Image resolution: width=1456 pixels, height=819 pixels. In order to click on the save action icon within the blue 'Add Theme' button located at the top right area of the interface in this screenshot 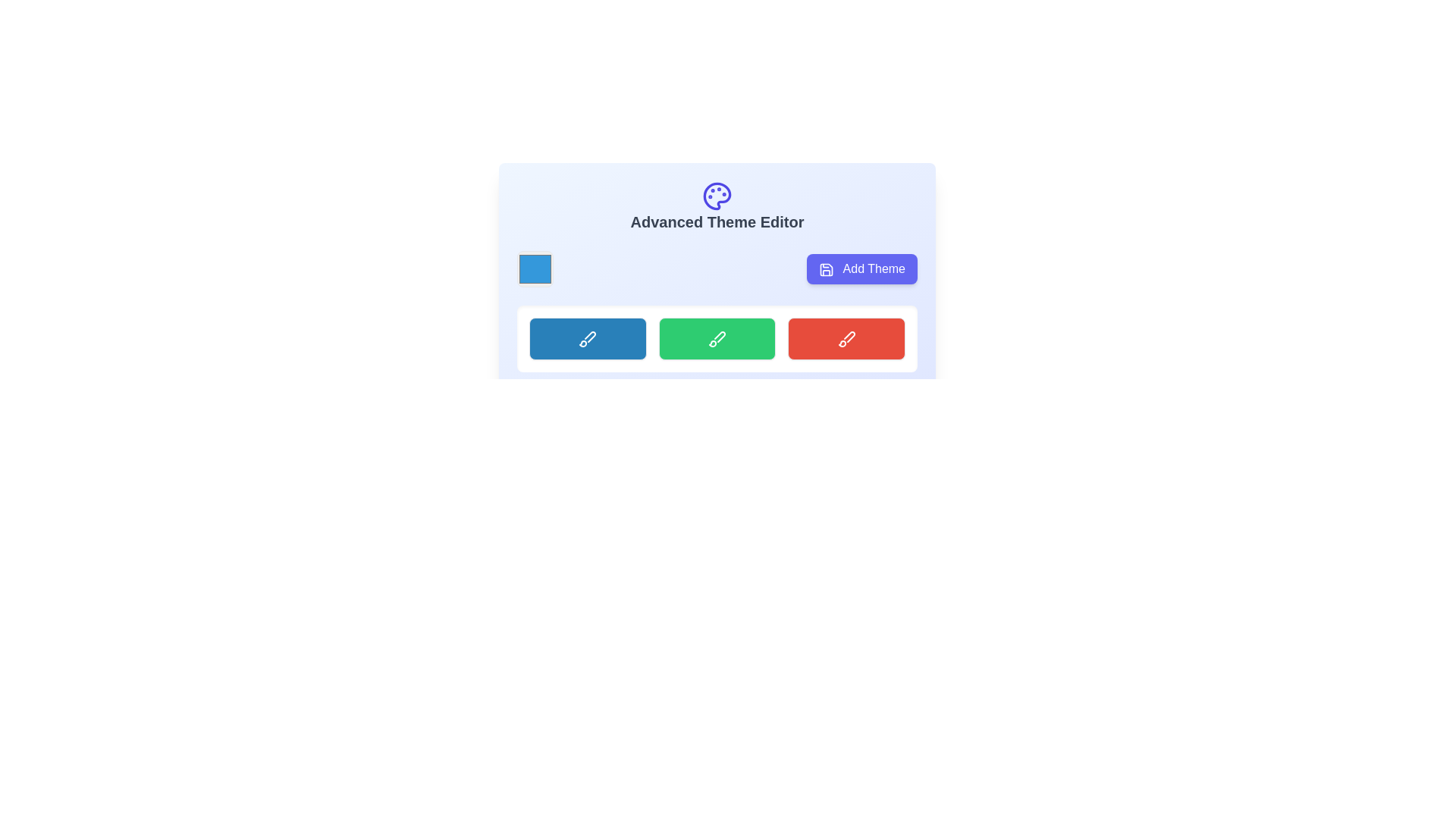, I will do `click(825, 268)`.